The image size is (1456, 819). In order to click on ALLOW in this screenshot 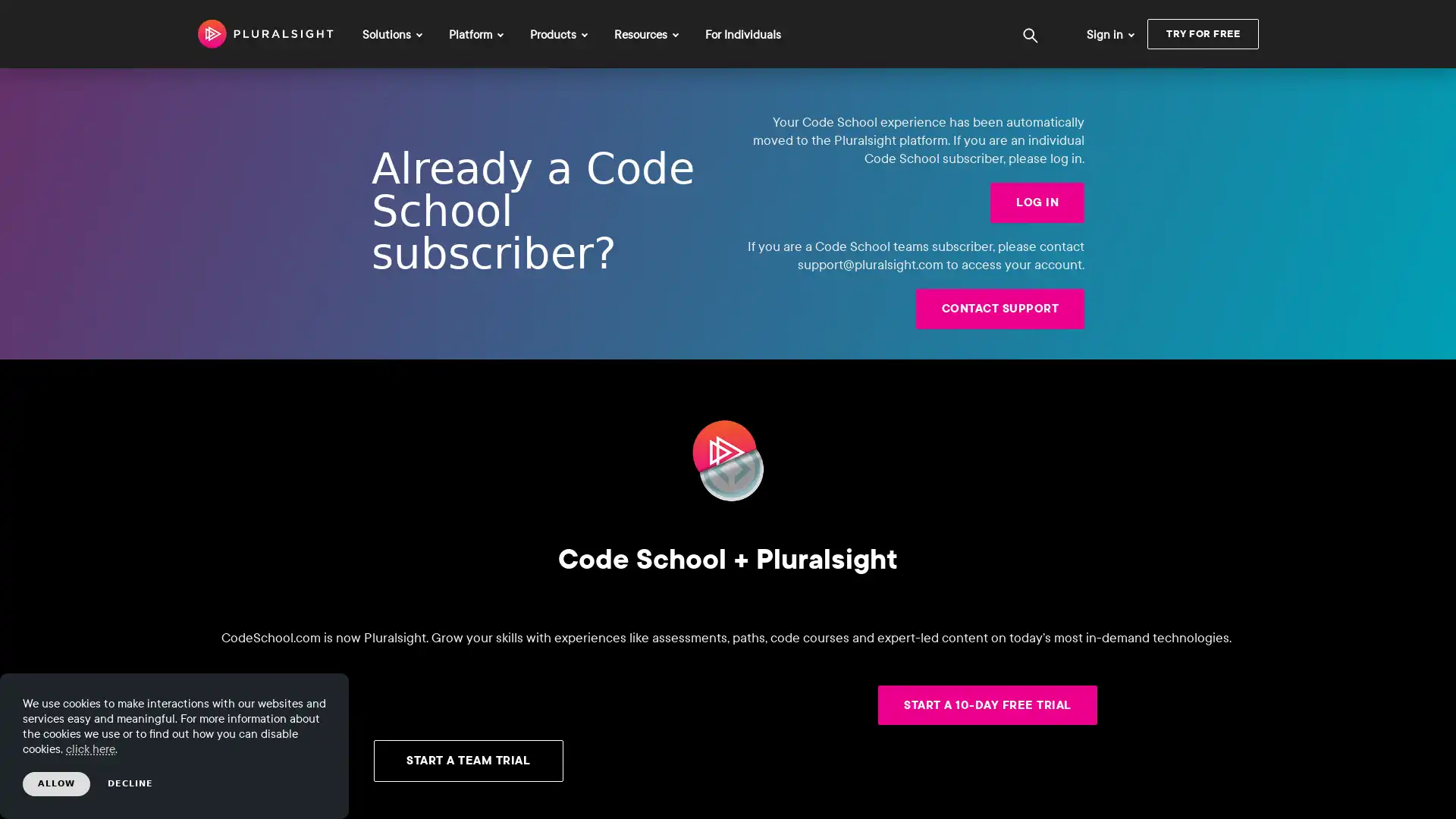, I will do `click(56, 783)`.